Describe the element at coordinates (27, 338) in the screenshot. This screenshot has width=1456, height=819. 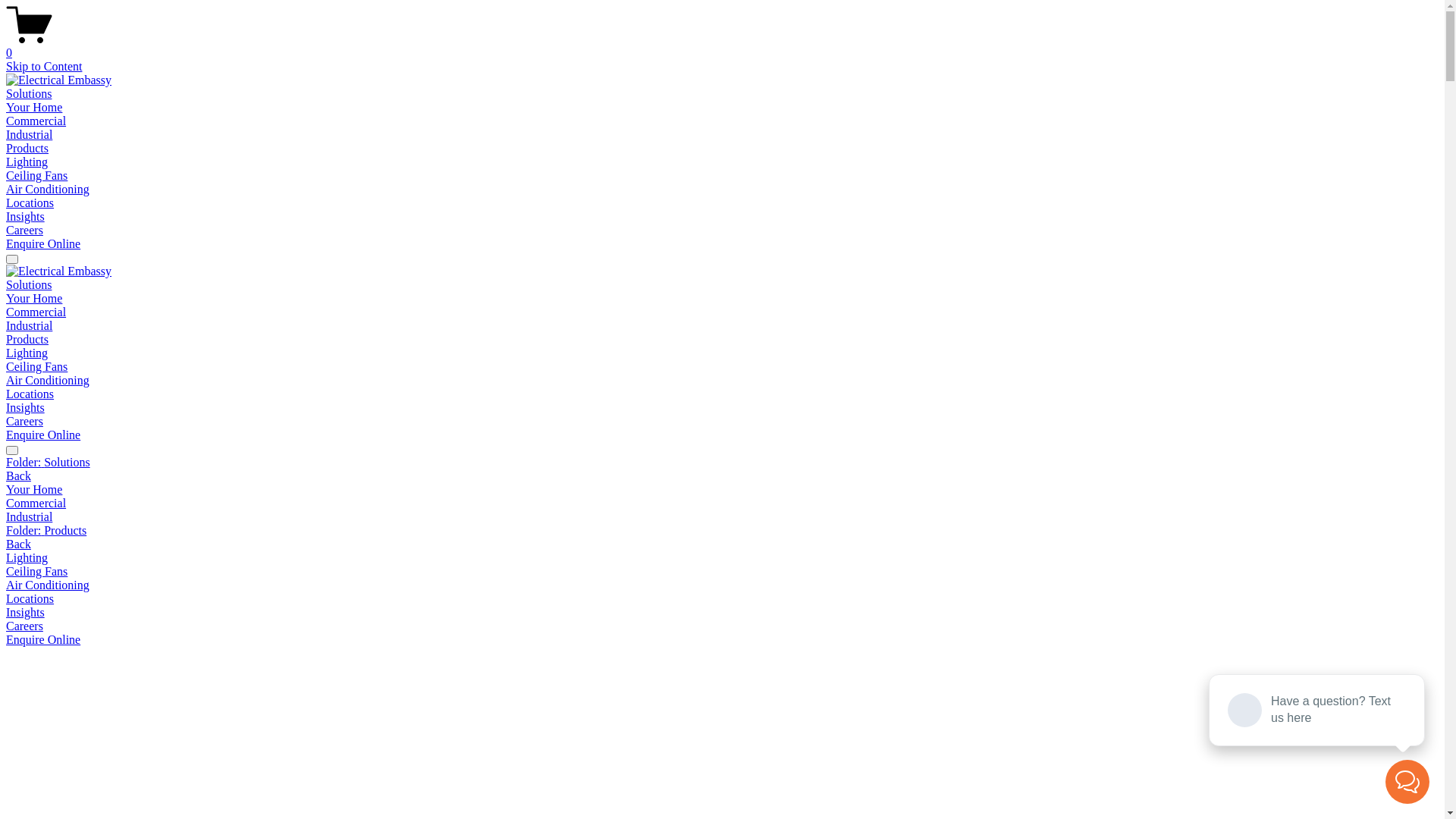
I see `'Products'` at that location.